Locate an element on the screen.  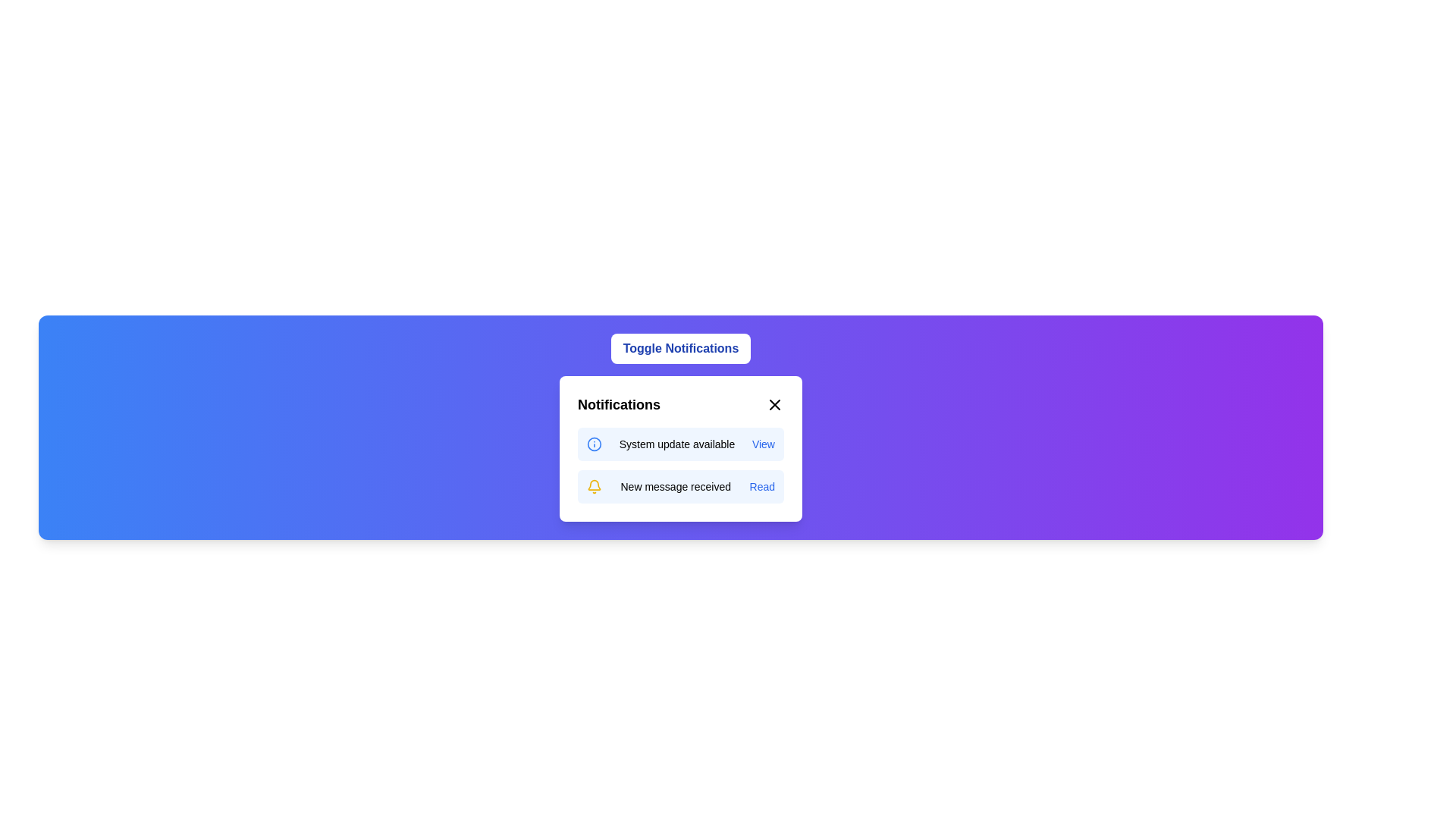
the yellow bell icon representing notifications, located to the left of the text 'New message received' in the second row of the notifications list is located at coordinates (593, 486).